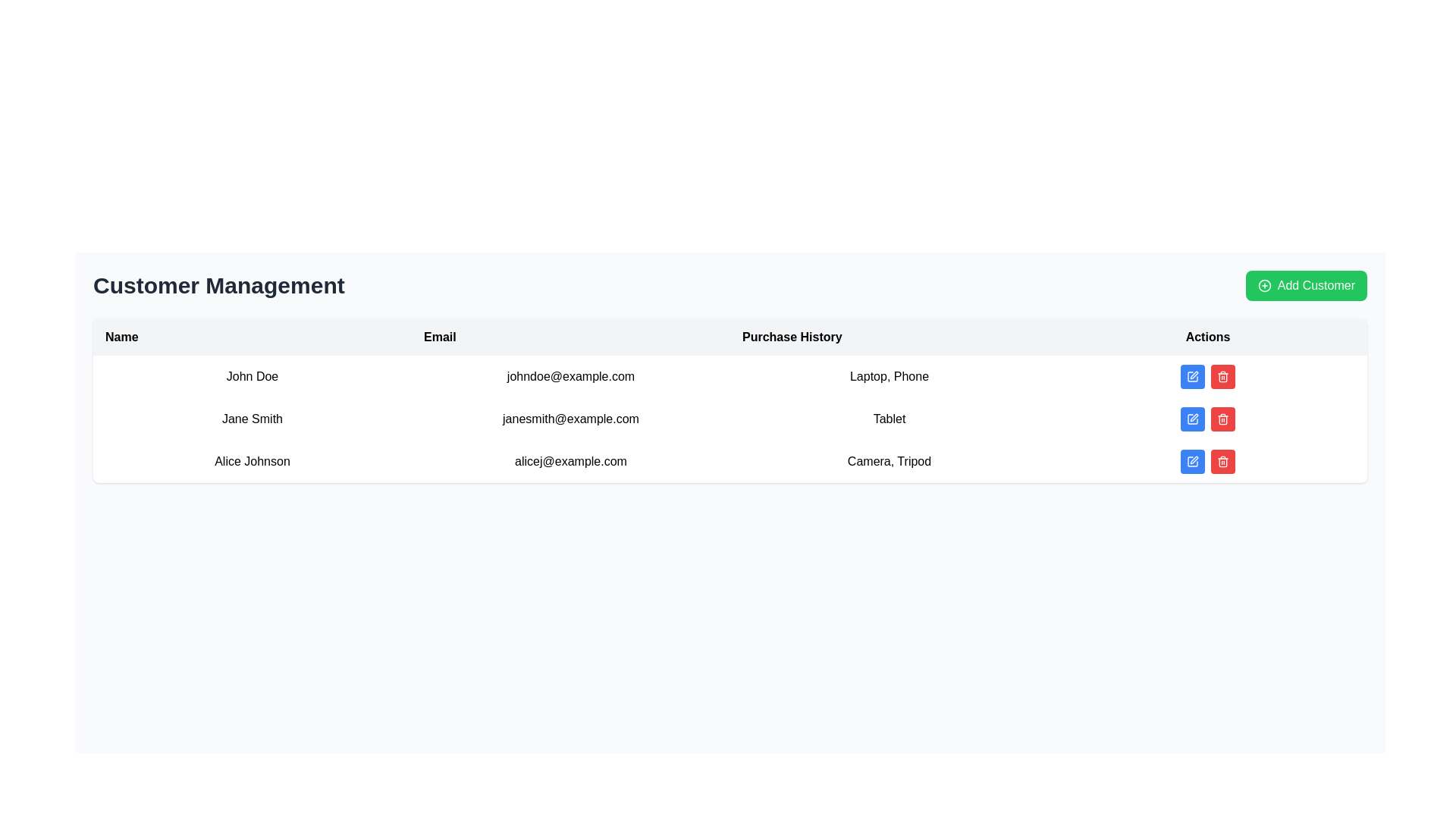 Image resolution: width=1456 pixels, height=819 pixels. Describe the element at coordinates (1222, 419) in the screenshot. I see `the delete icon button located in the 'Actions' column of the last row of the table to possibly reveal additional information` at that location.